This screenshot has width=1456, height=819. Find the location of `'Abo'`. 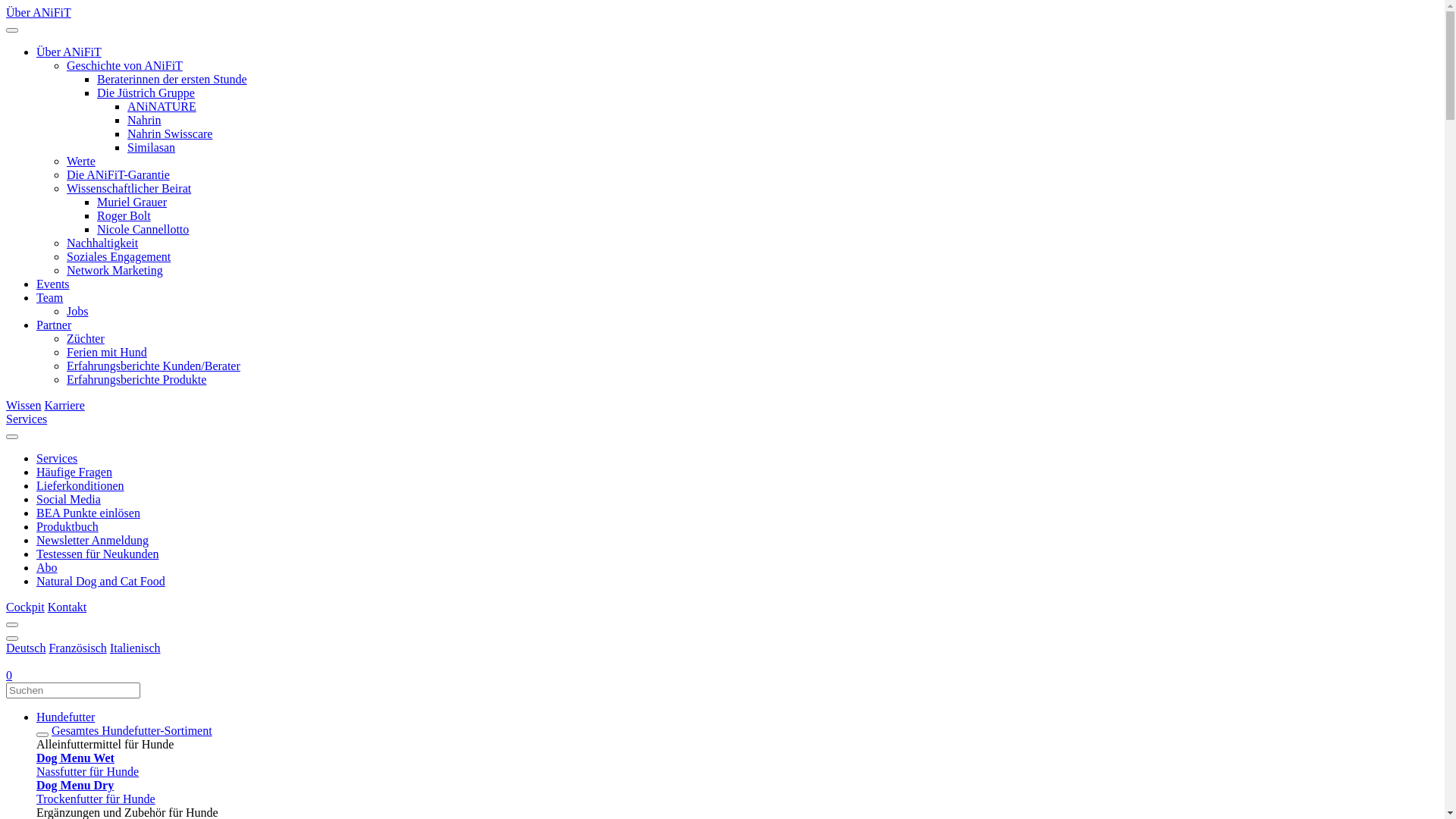

'Abo' is located at coordinates (47, 567).